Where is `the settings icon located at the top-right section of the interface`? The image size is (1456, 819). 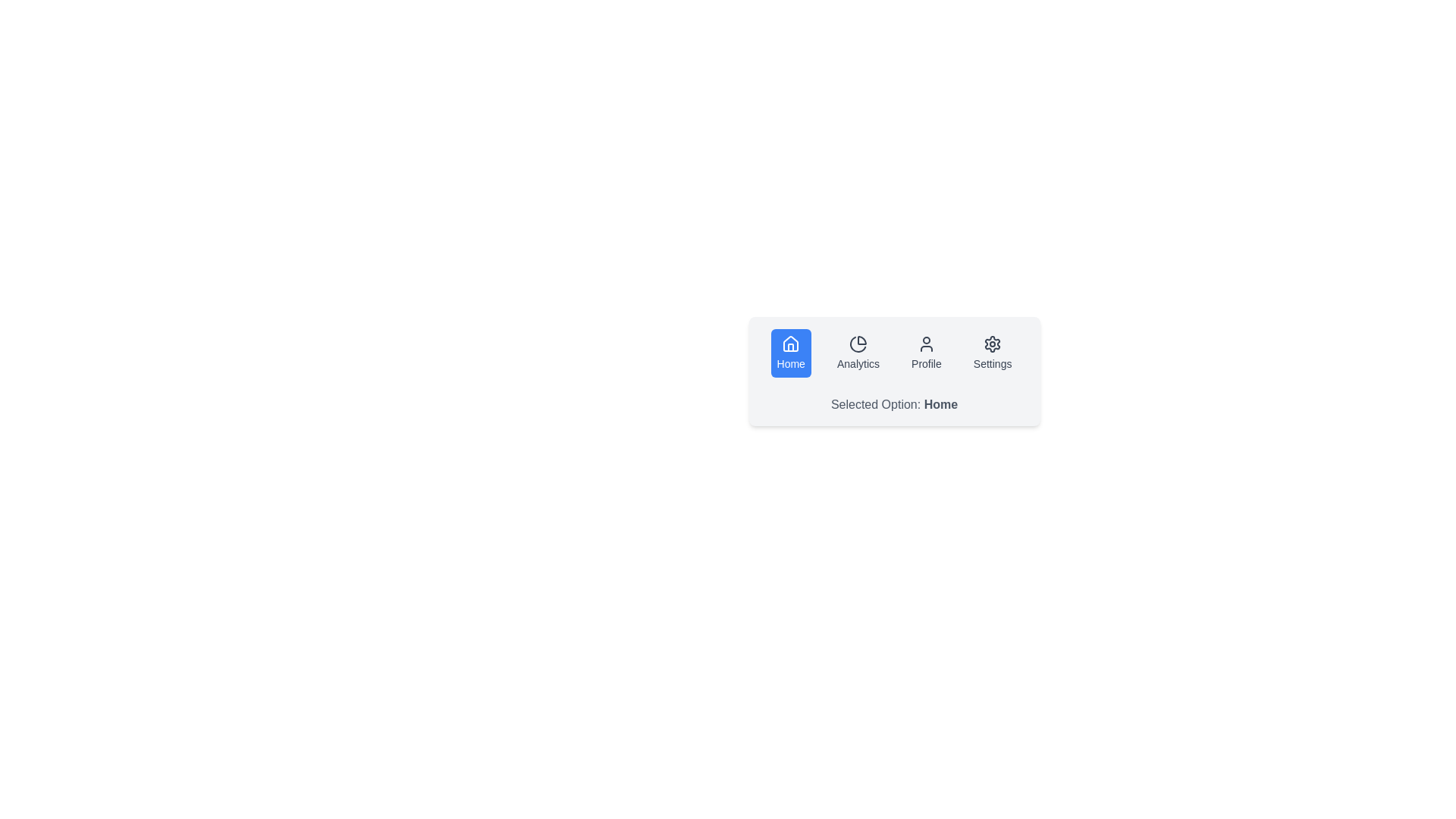
the settings icon located at the top-right section of the interface is located at coordinates (993, 344).